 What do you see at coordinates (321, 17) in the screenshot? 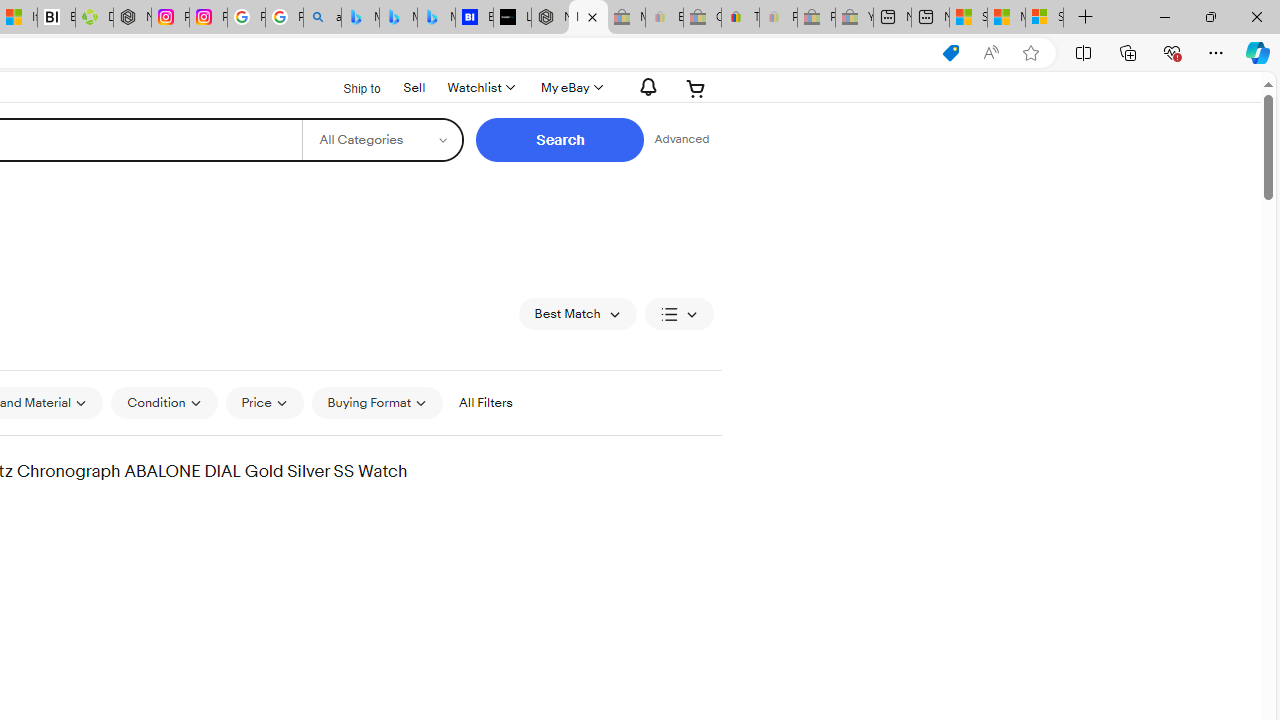
I see `'alabama high school quarterback dies - Search'` at bounding box center [321, 17].